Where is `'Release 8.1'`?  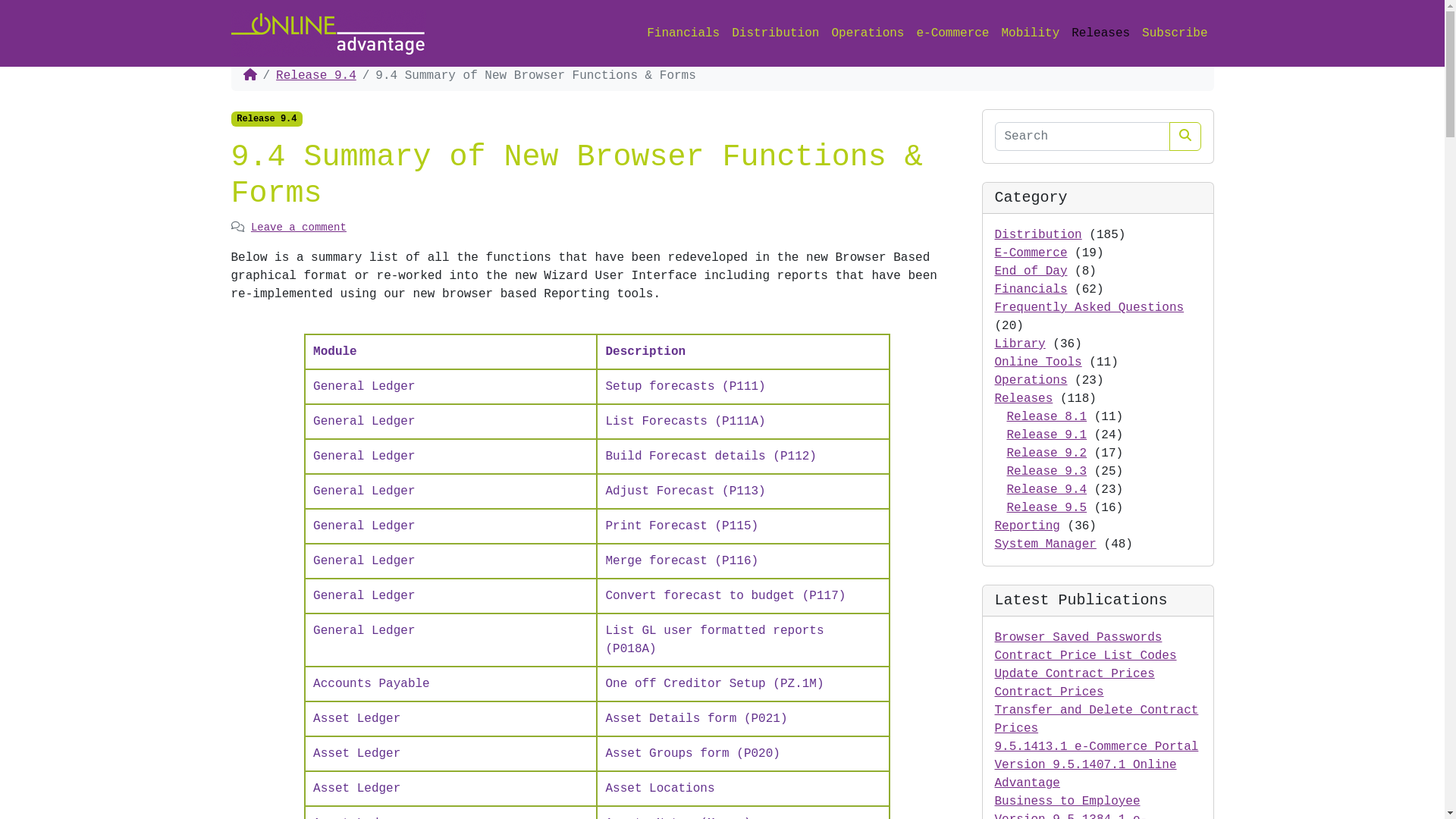 'Release 8.1' is located at coordinates (1046, 417).